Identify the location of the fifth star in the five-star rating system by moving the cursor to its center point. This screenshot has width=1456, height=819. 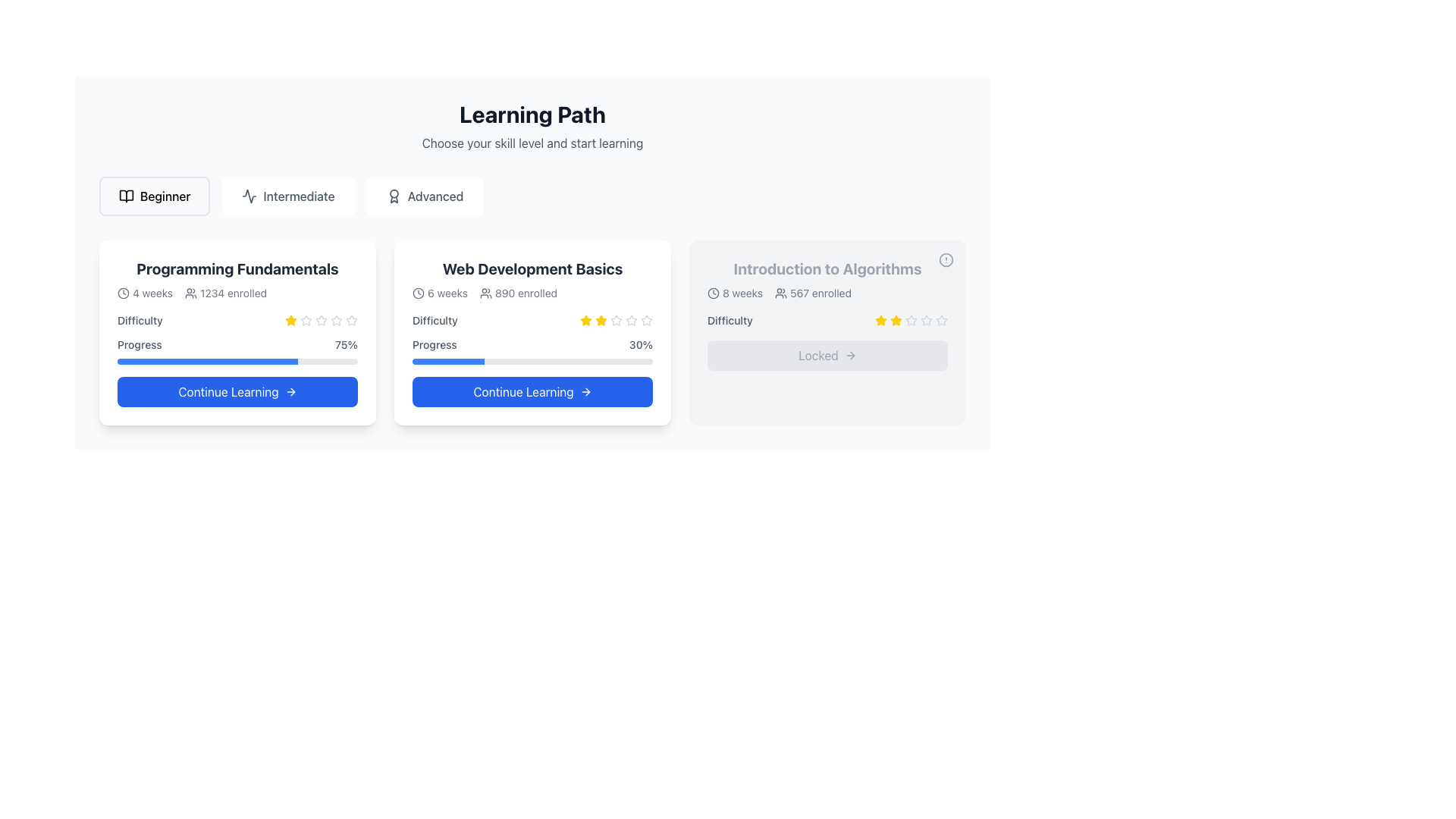
(336, 320).